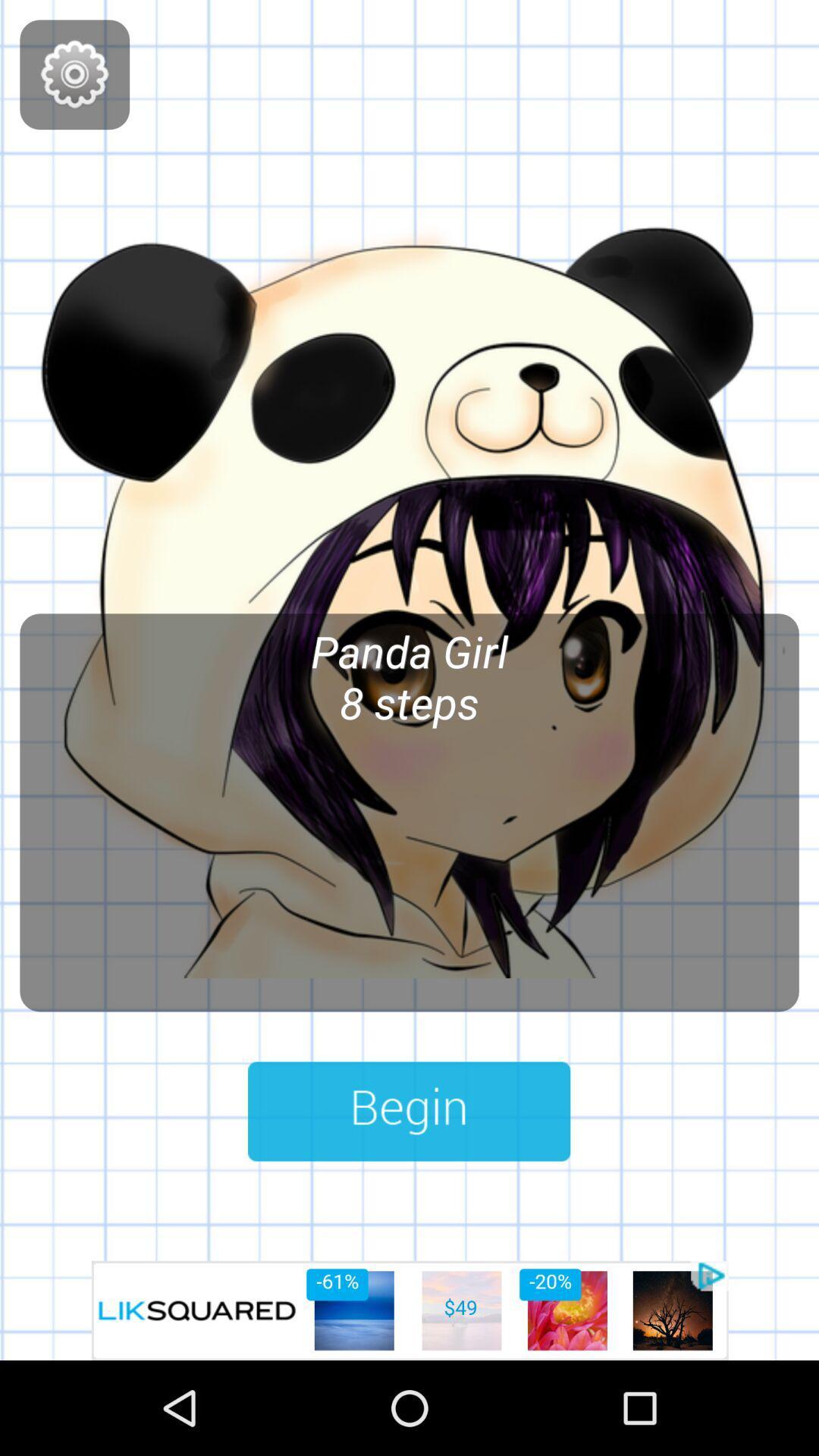  Describe the element at coordinates (408, 1111) in the screenshot. I see `start button` at that location.